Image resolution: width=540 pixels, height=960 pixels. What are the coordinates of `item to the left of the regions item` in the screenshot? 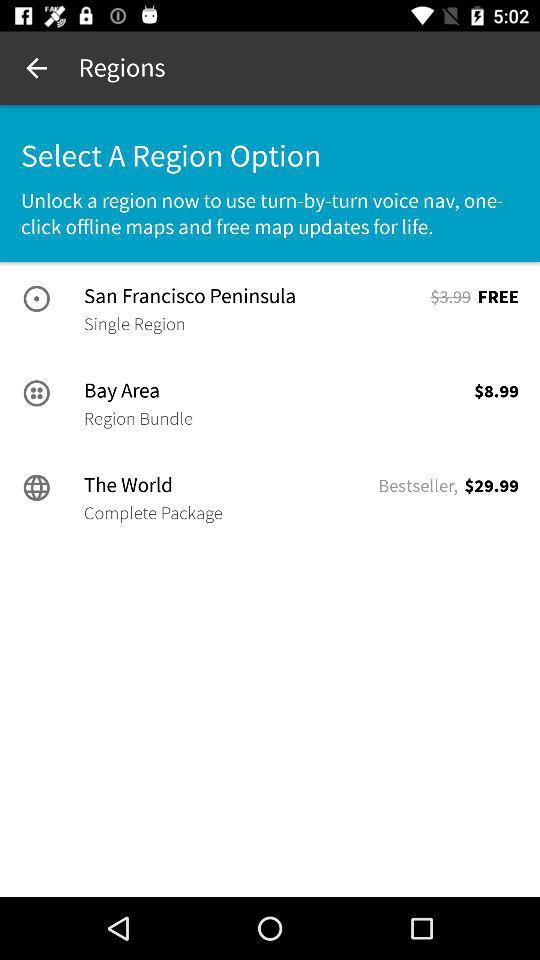 It's located at (36, 68).